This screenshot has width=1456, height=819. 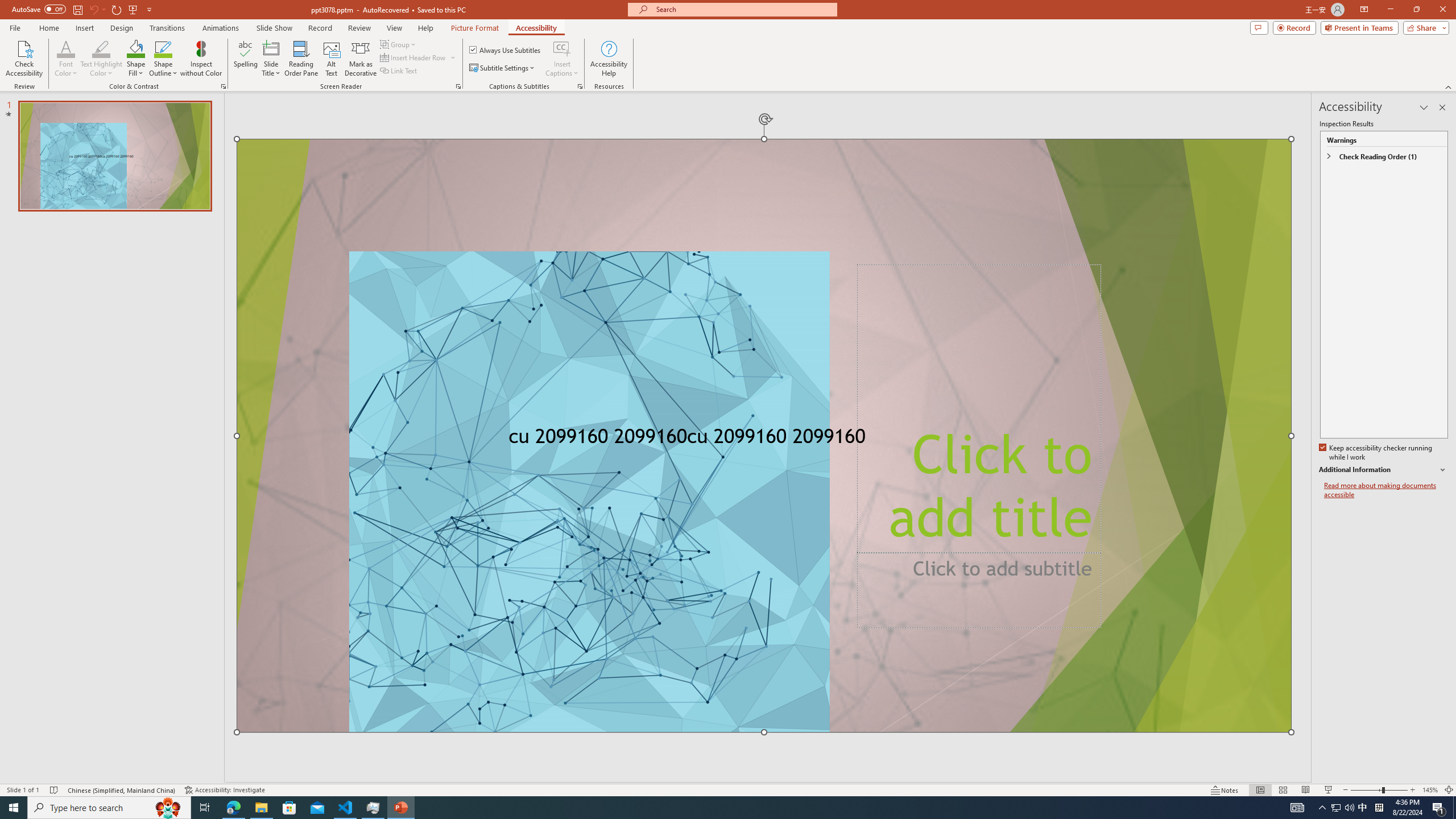 I want to click on 'Inspect without Color', so click(x=201, y=59).